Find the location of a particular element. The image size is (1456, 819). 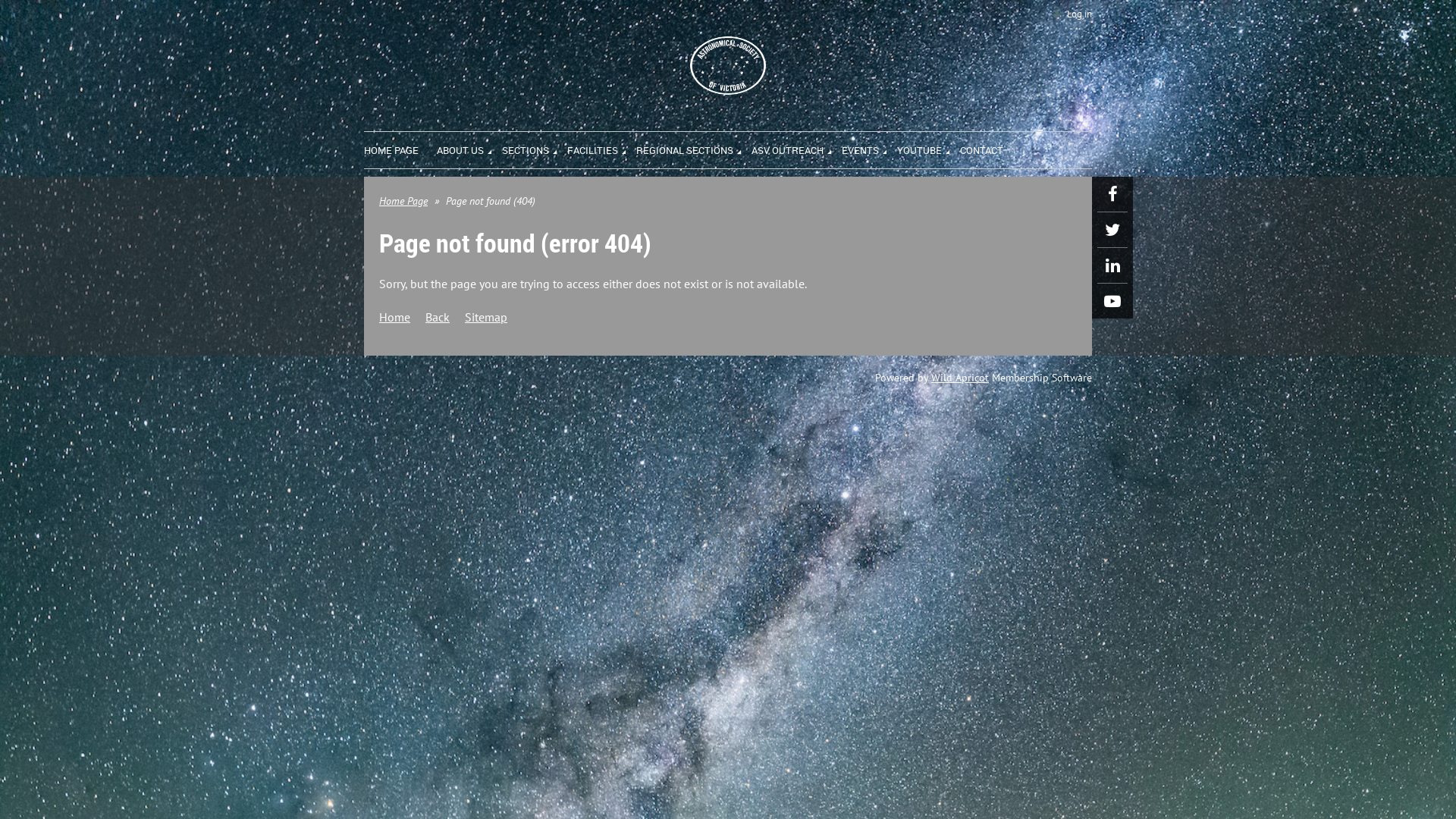

'ASV OUTREACH' is located at coordinates (751, 148).